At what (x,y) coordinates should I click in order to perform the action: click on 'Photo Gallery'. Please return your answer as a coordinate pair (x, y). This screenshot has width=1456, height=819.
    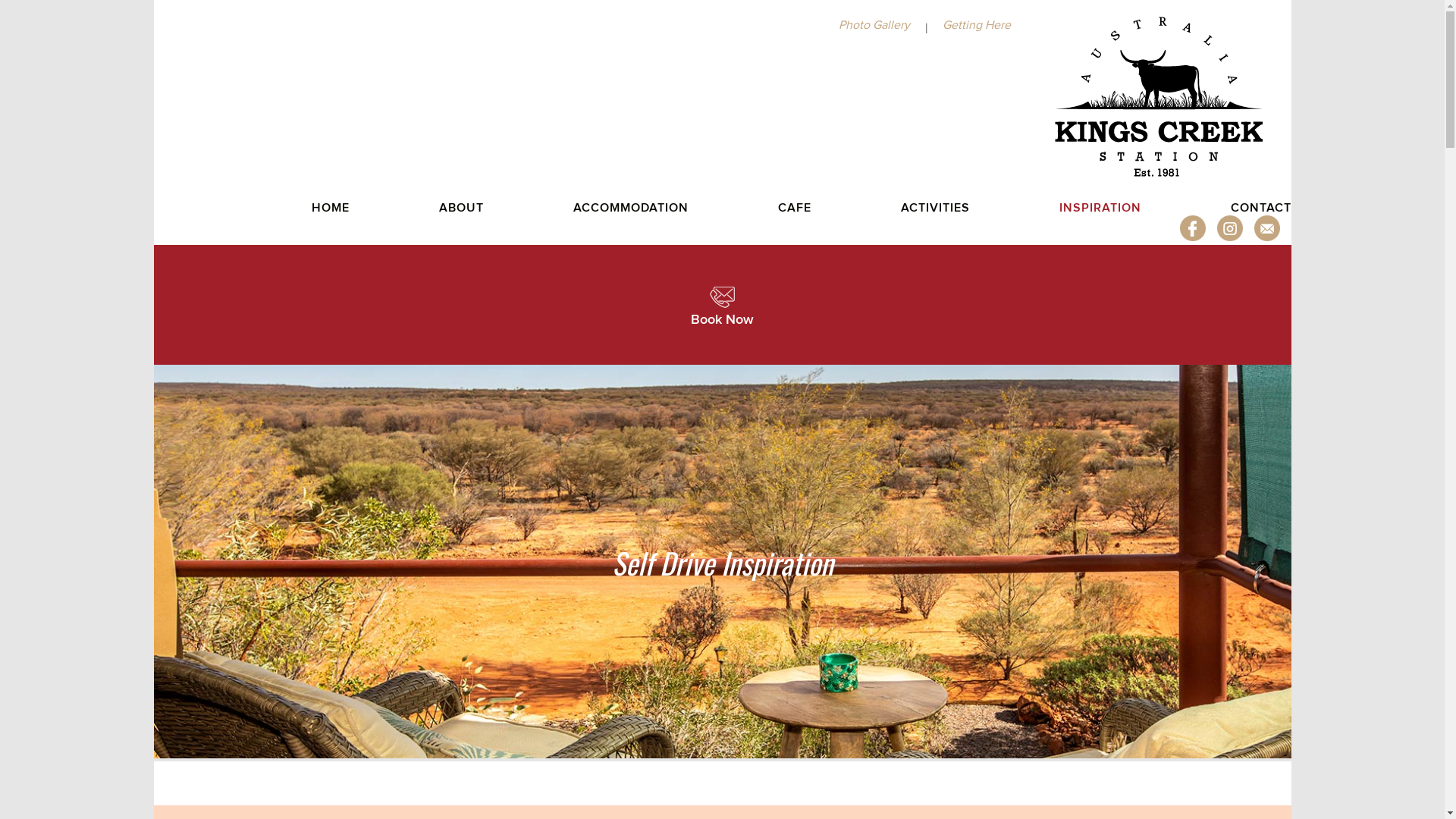
    Looking at the image, I should click on (874, 23).